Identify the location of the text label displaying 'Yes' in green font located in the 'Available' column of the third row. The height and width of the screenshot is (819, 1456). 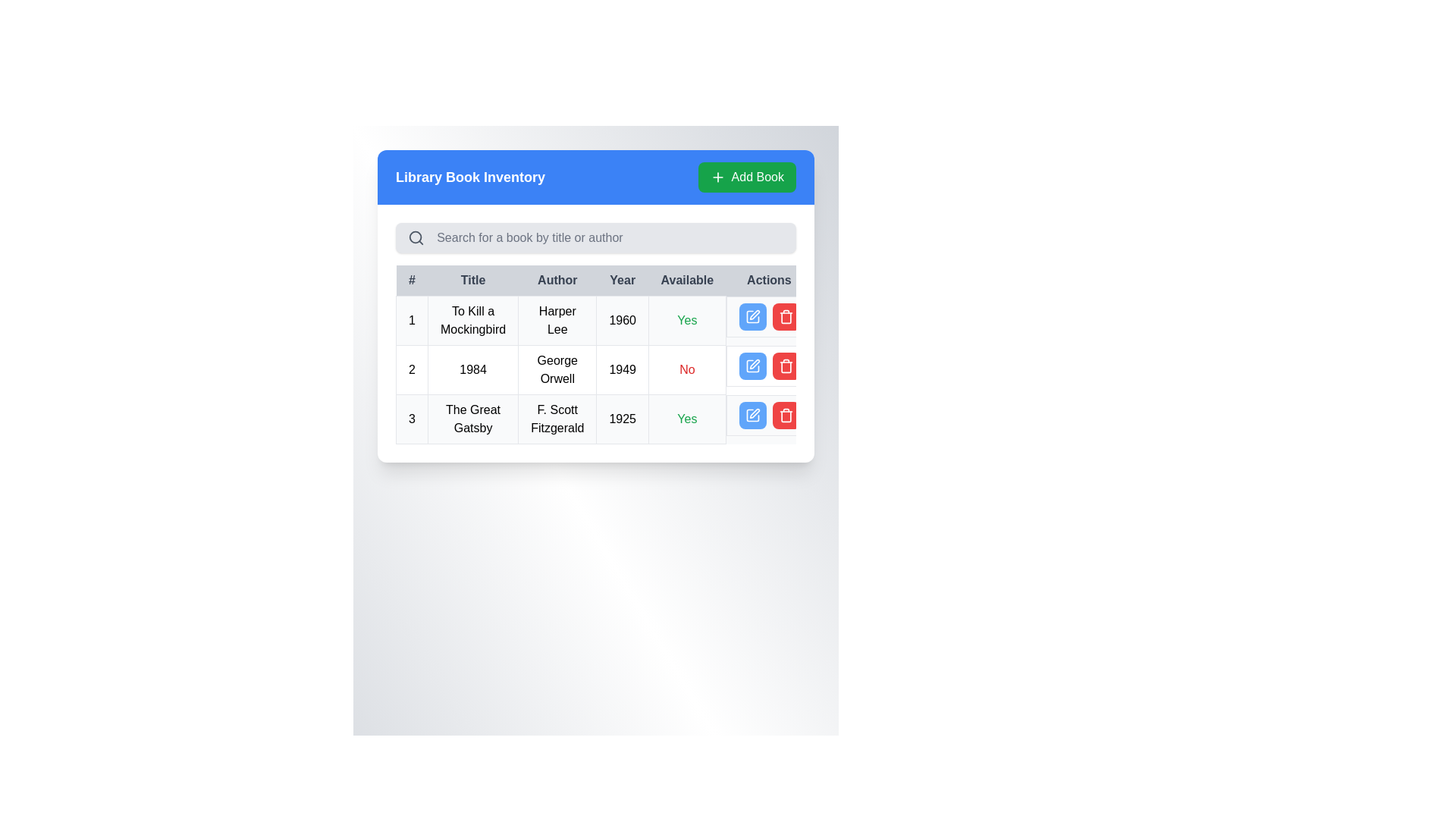
(686, 319).